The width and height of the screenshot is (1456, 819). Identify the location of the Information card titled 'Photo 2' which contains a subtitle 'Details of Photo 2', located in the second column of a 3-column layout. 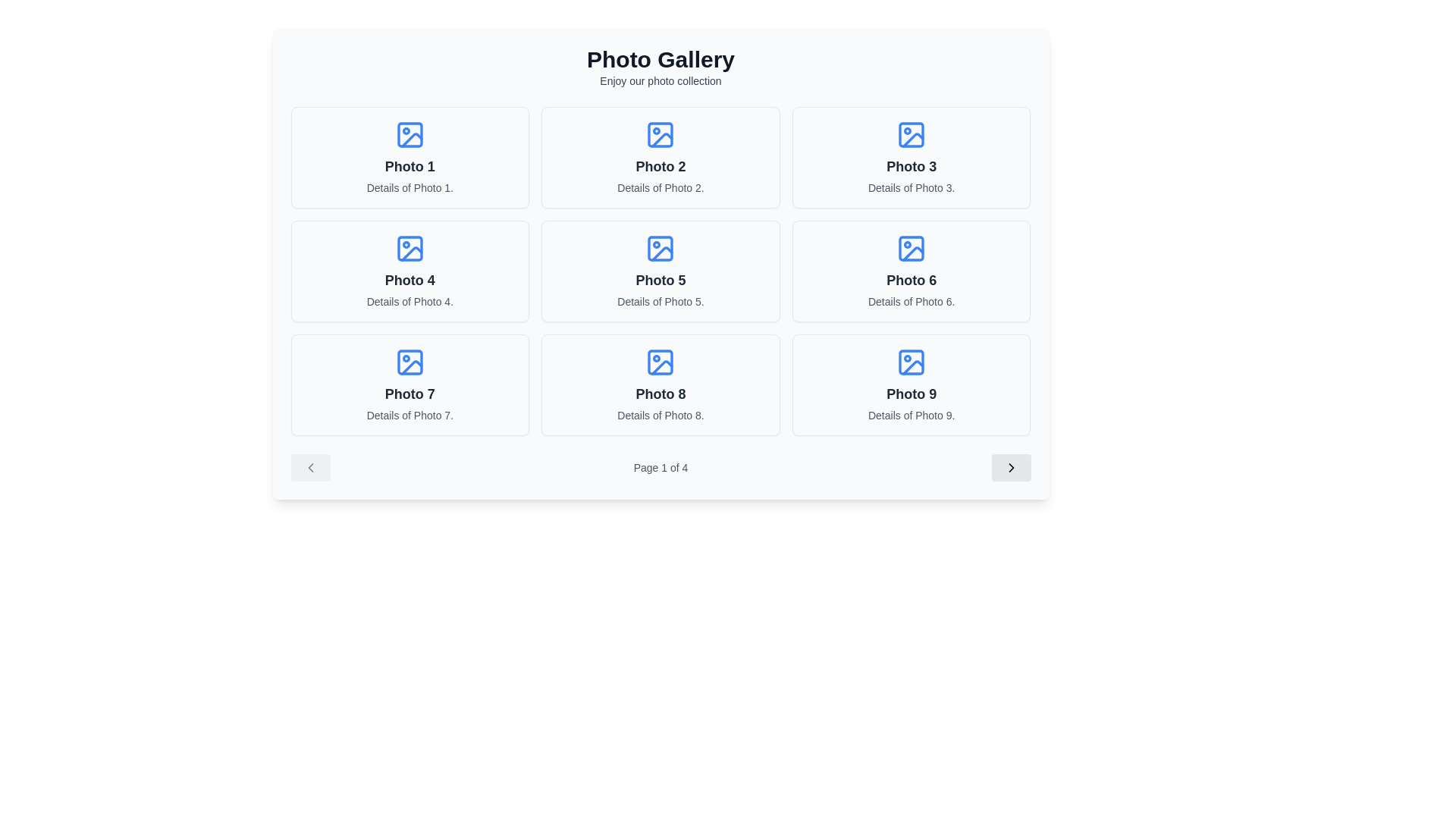
(661, 158).